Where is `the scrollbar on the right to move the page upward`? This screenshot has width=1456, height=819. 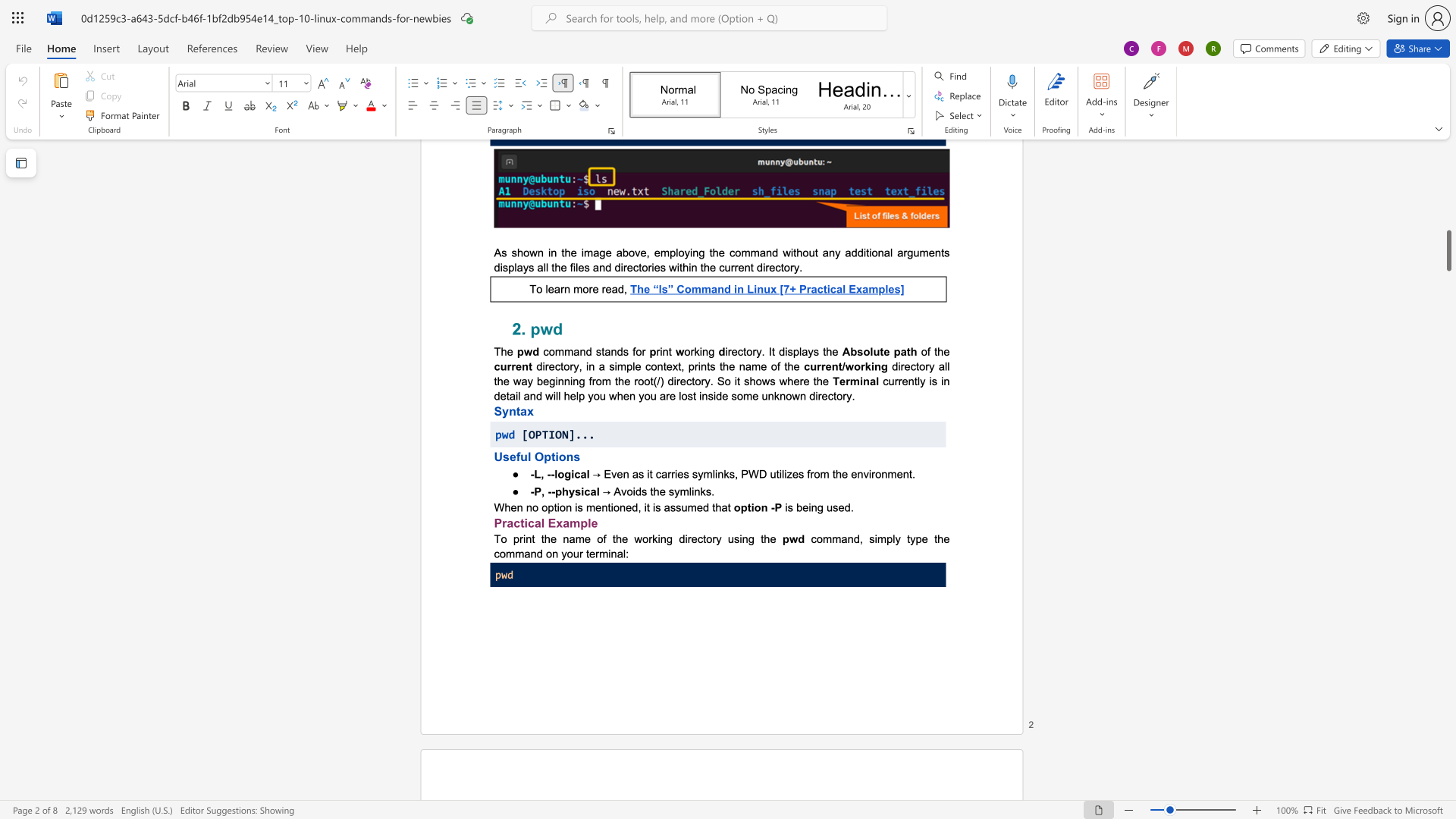
the scrollbar on the right to move the page upward is located at coordinates (1448, 400).